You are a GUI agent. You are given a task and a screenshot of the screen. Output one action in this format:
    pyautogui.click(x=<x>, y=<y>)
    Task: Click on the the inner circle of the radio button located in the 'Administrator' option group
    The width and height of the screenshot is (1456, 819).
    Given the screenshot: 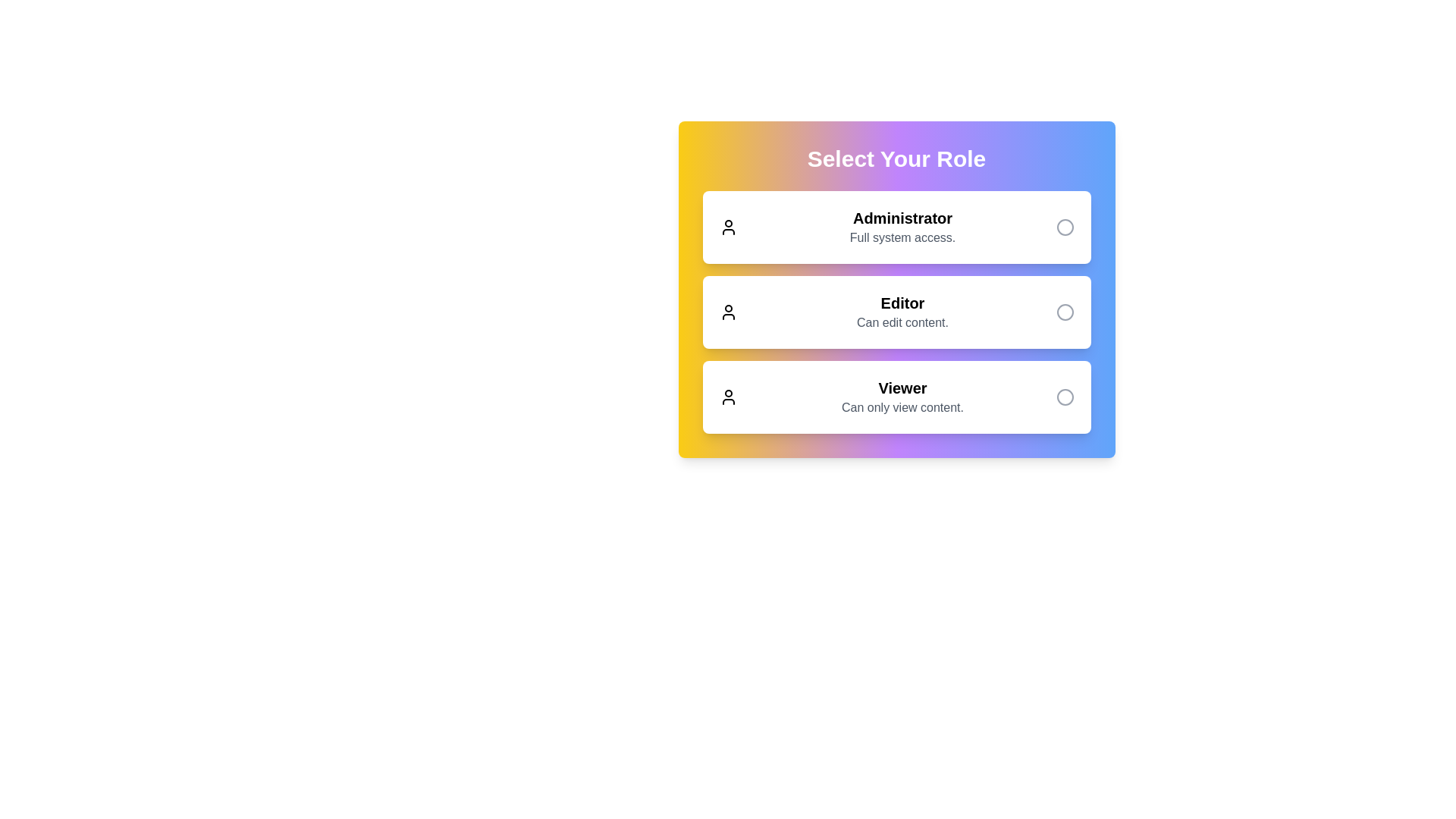 What is the action you would take?
    pyautogui.click(x=1064, y=227)
    